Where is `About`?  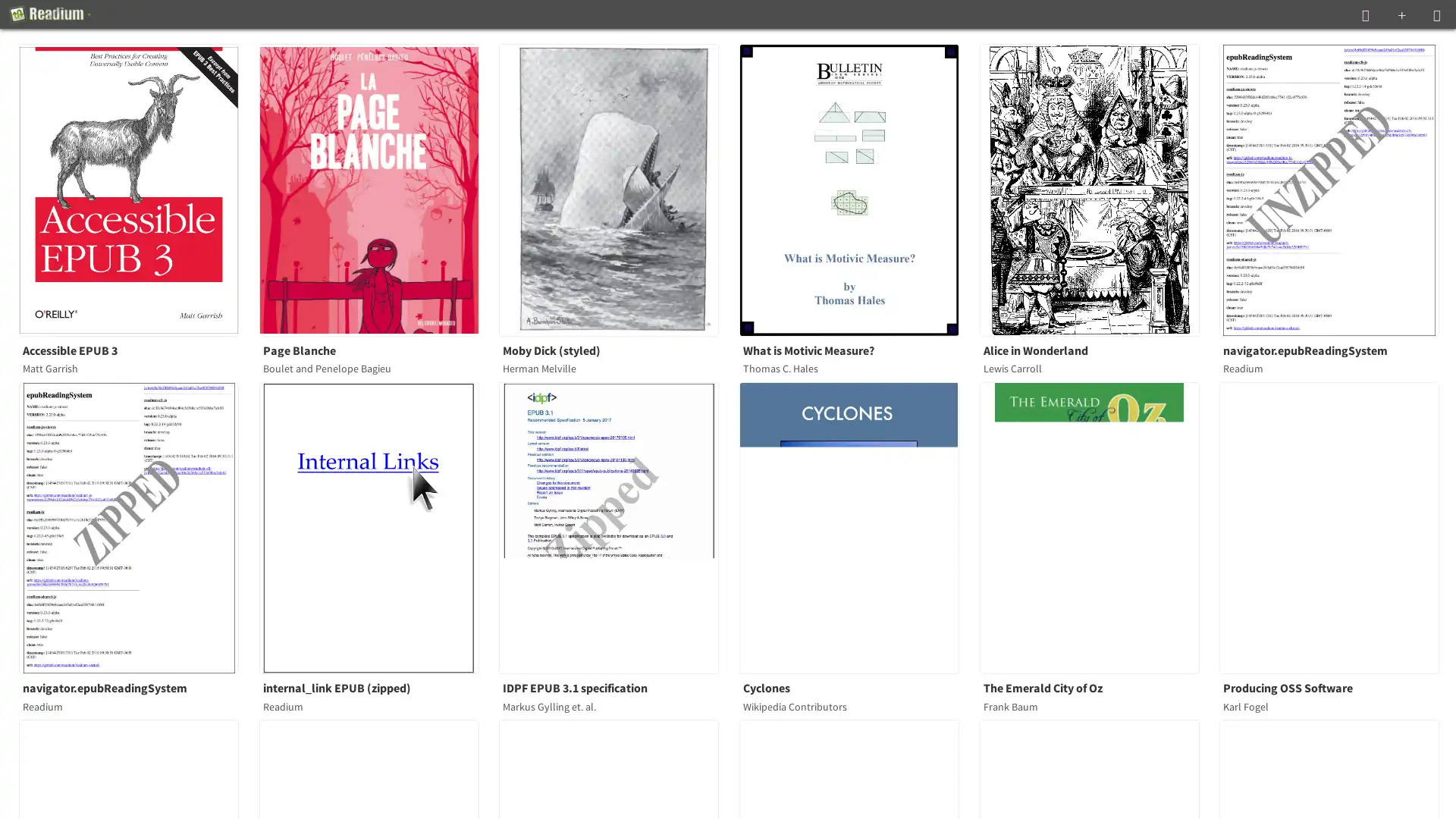 About is located at coordinates (50, 14).